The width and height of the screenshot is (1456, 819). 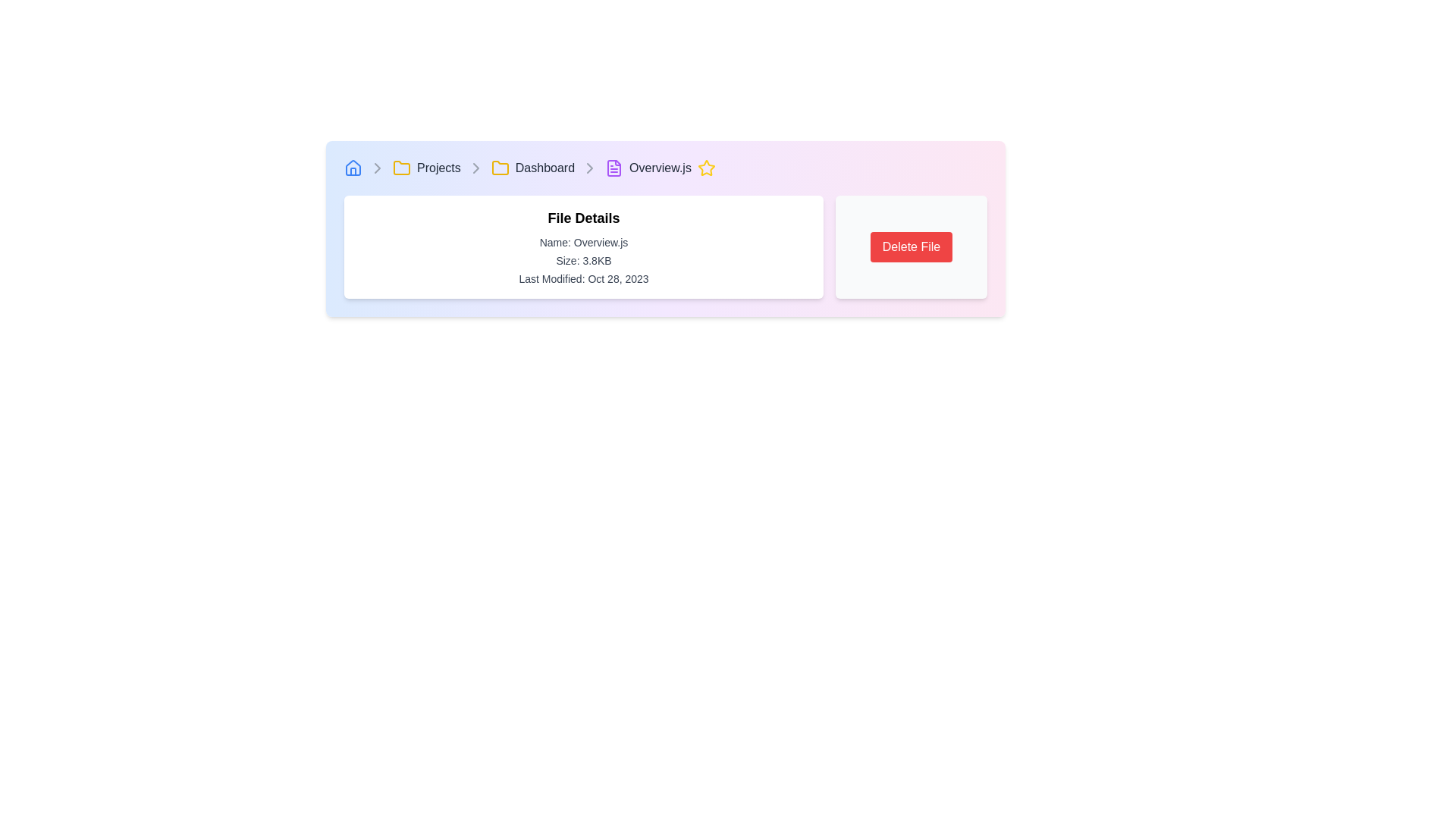 What do you see at coordinates (705, 168) in the screenshot?
I see `the star icon located at the end of the breadcrumb navigation bar next to 'Overview.js'` at bounding box center [705, 168].